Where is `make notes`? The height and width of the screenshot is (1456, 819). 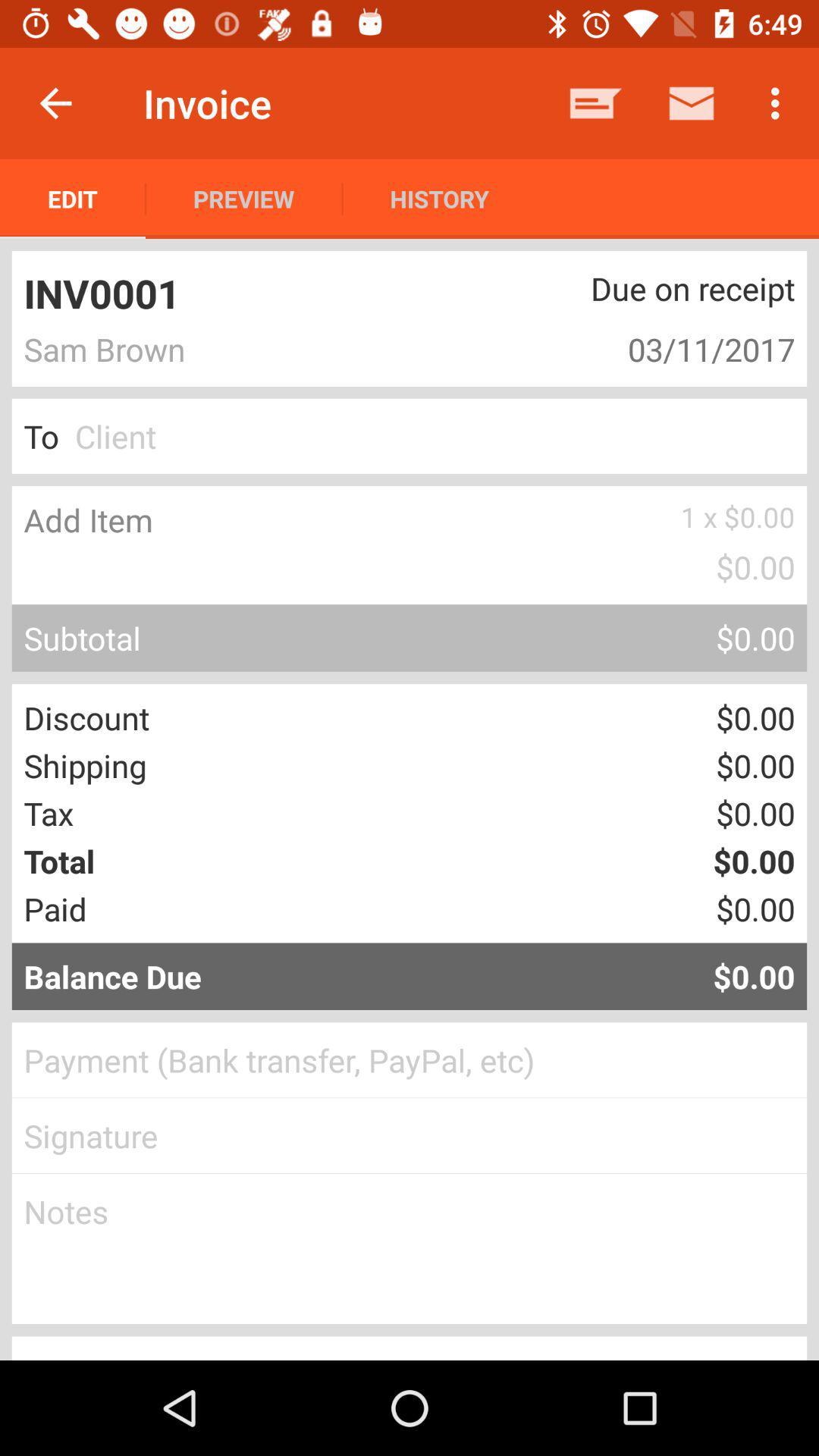 make notes is located at coordinates (409, 1248).